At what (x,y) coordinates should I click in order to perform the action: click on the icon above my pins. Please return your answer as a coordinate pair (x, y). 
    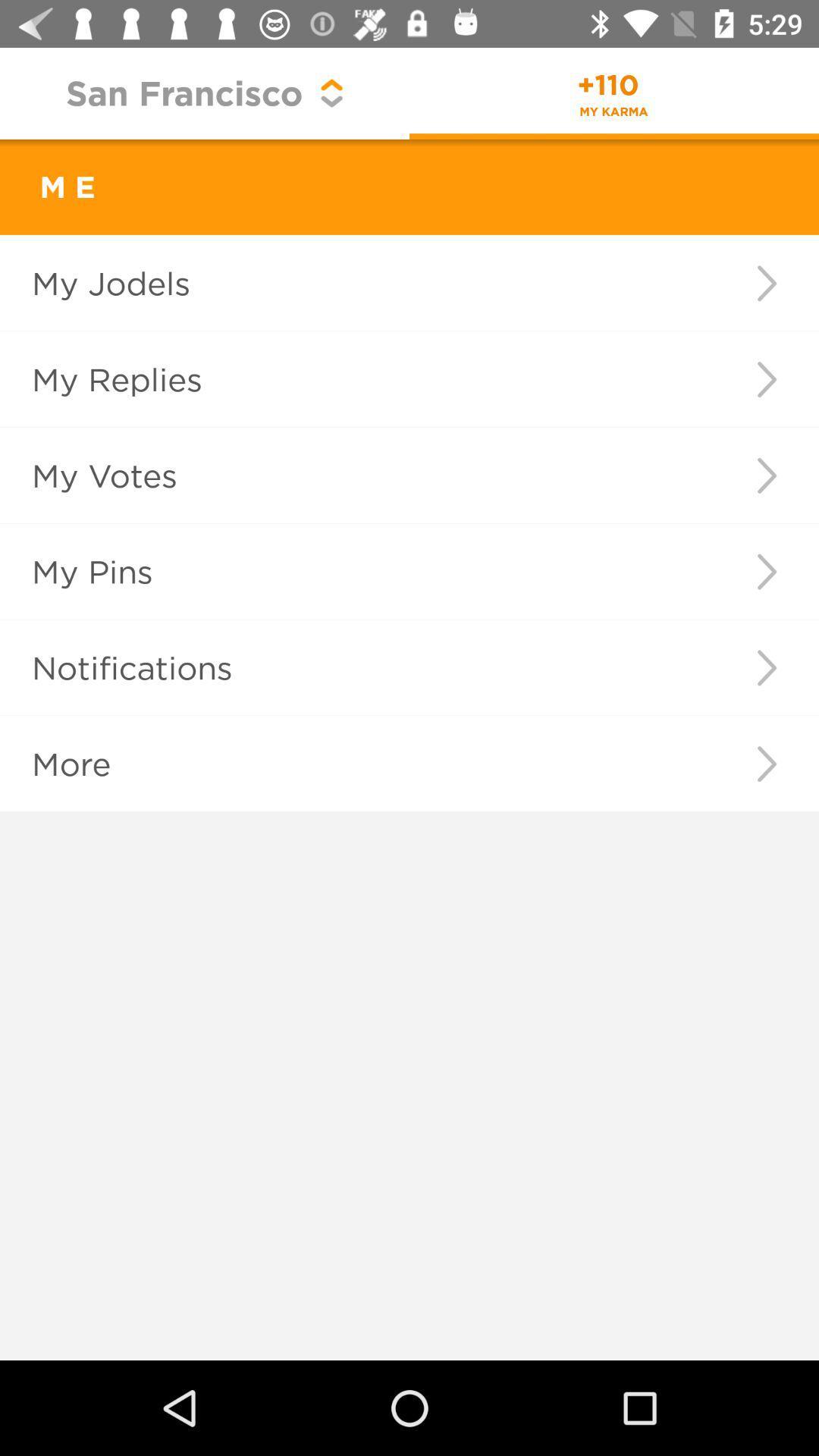
    Looking at the image, I should click on (351, 475).